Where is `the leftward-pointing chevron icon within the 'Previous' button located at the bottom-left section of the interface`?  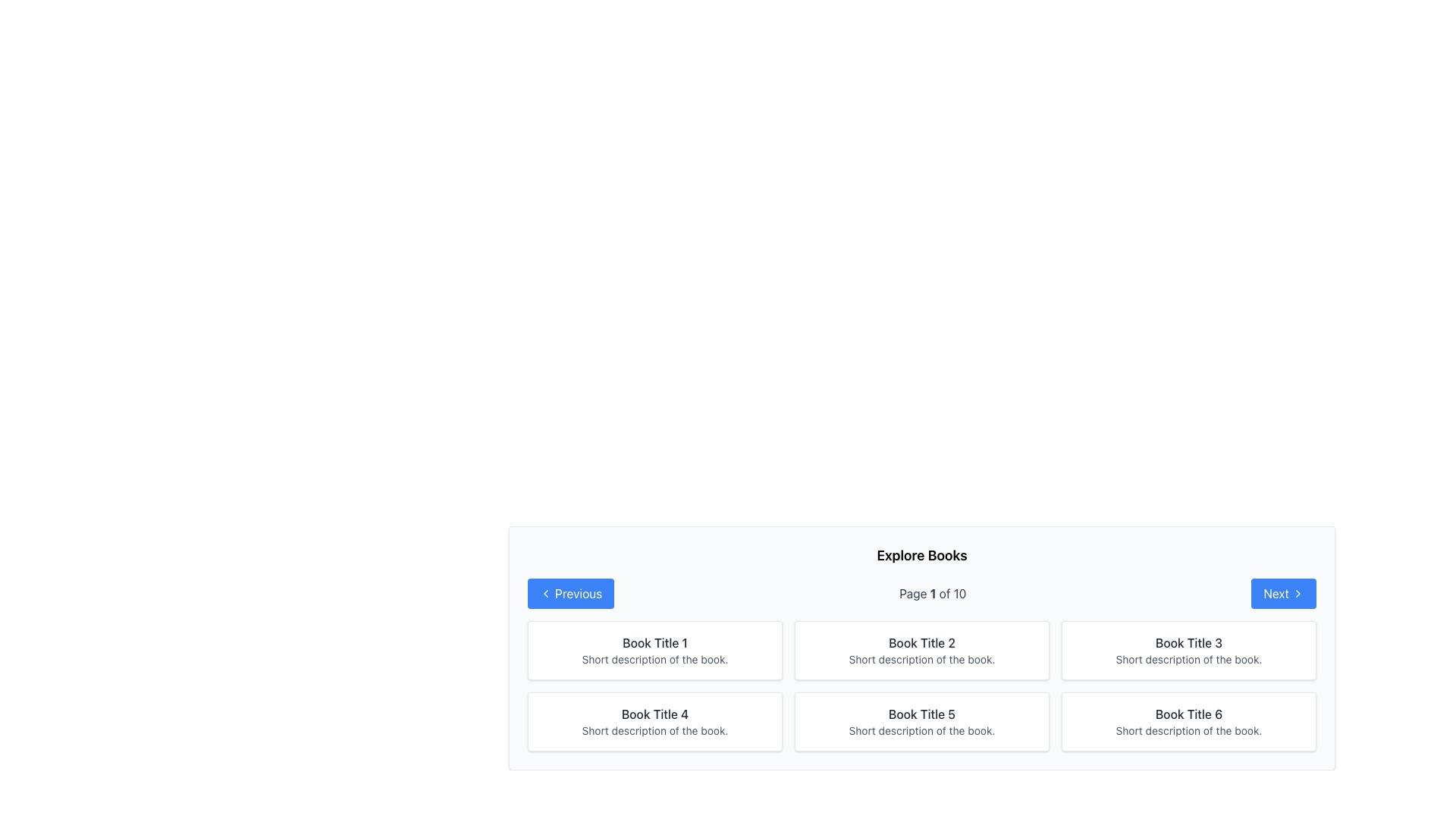 the leftward-pointing chevron icon within the 'Previous' button located at the bottom-left section of the interface is located at coordinates (546, 593).